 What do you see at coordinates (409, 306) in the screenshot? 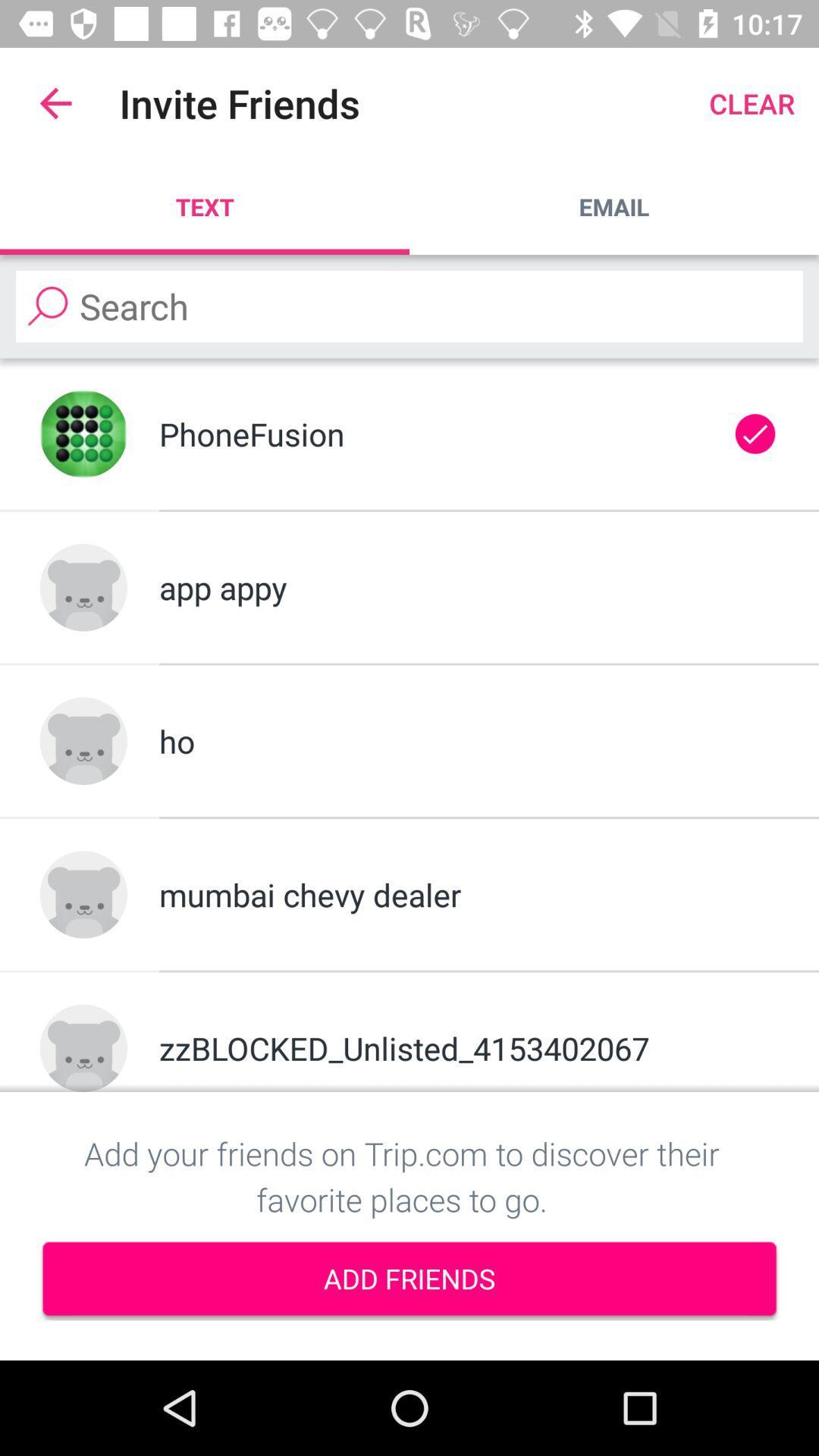
I see `search friends` at bounding box center [409, 306].